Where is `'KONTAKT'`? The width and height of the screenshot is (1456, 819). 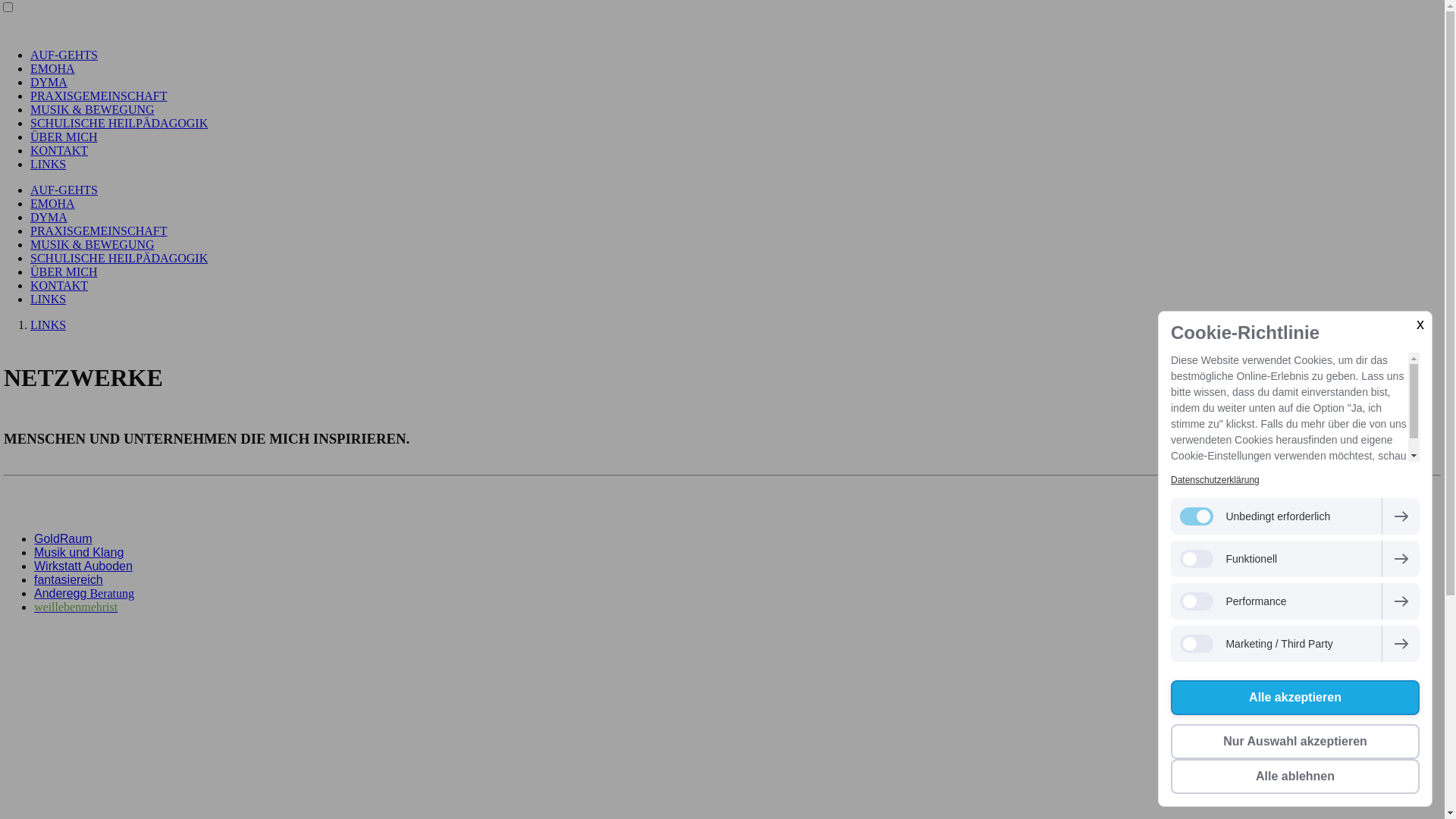
'KONTAKT' is located at coordinates (58, 150).